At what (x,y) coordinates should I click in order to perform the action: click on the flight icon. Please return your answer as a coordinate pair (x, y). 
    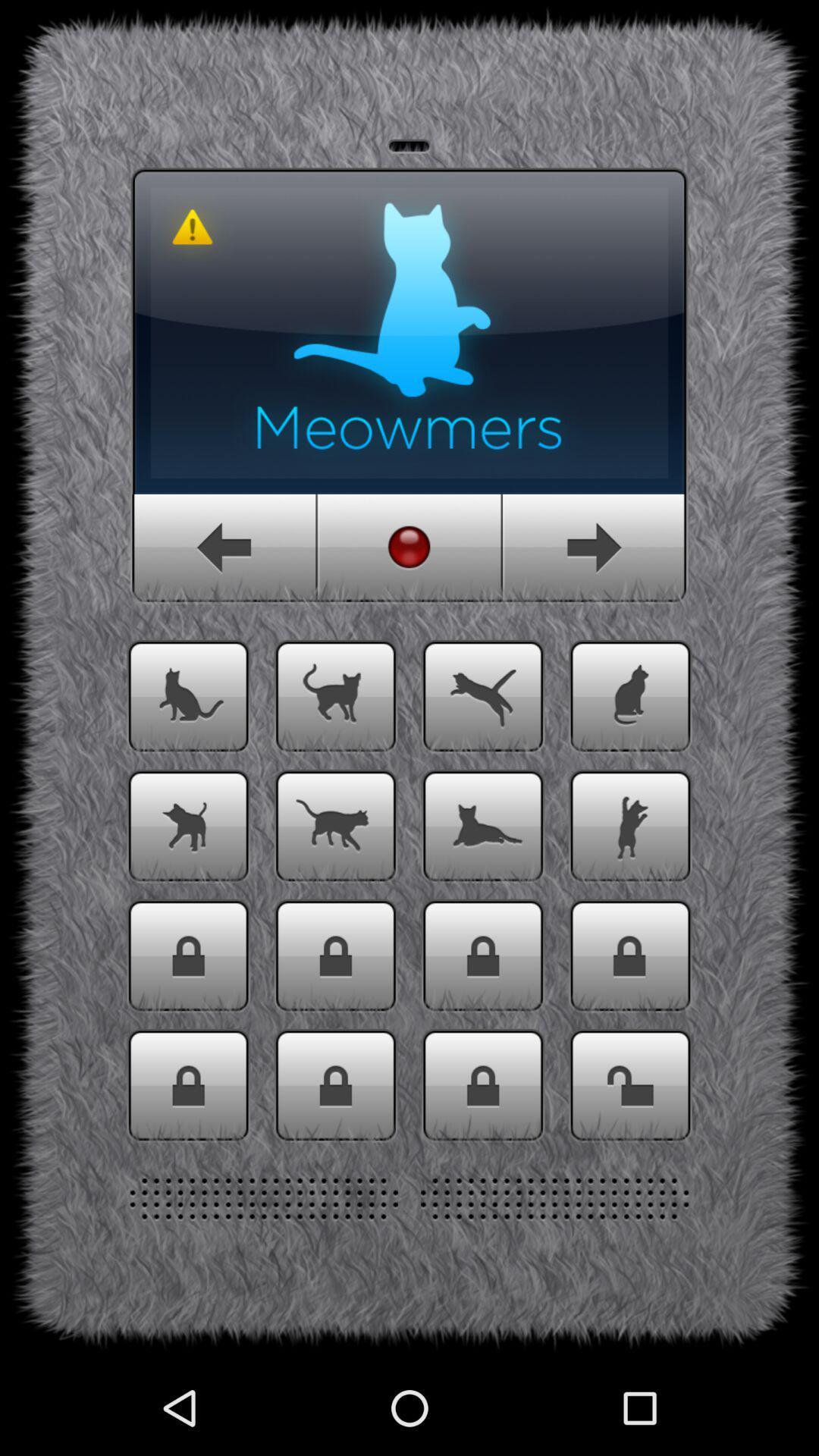
    Looking at the image, I should click on (483, 754).